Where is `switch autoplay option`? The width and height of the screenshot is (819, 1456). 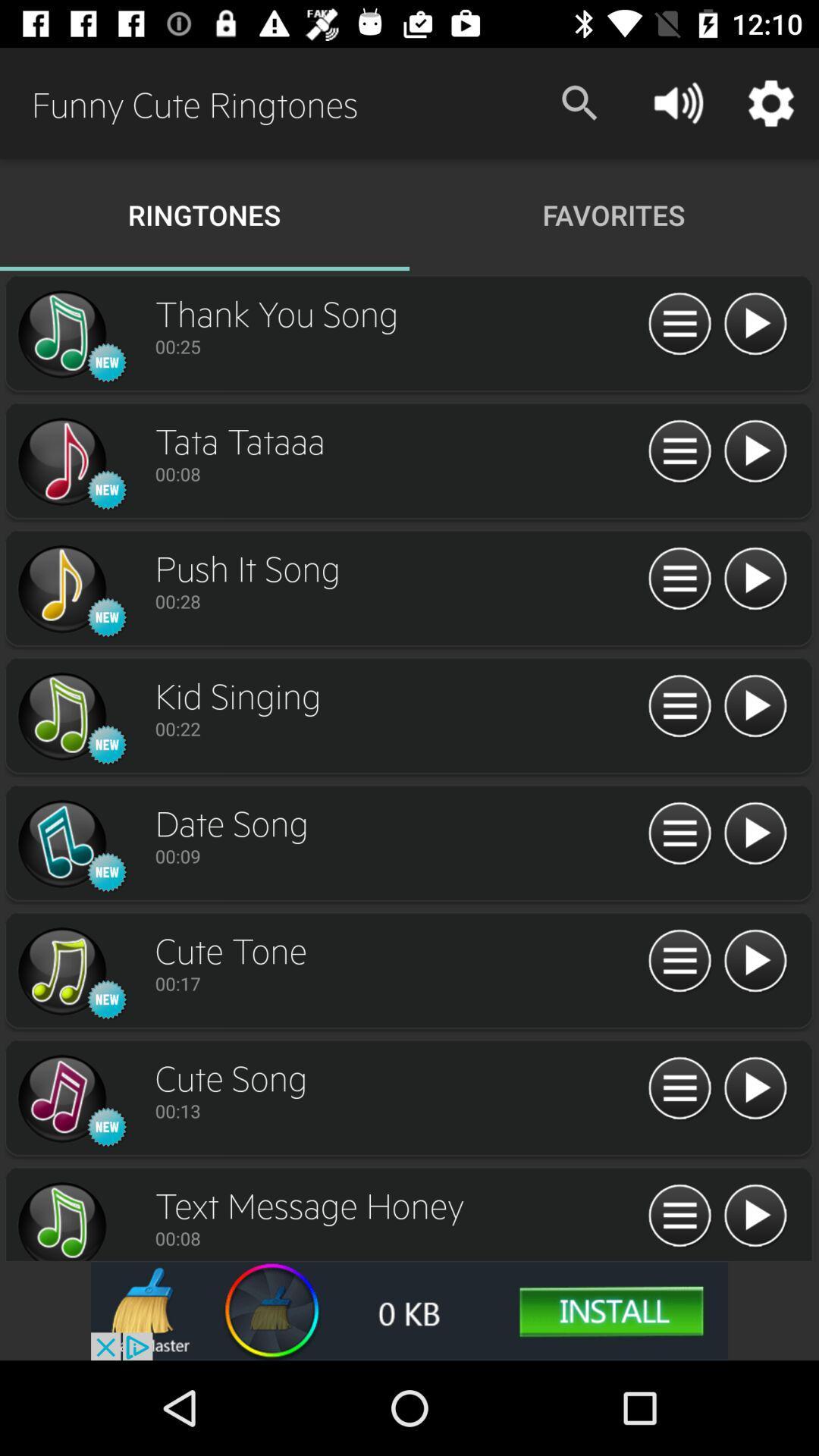 switch autoplay option is located at coordinates (61, 334).